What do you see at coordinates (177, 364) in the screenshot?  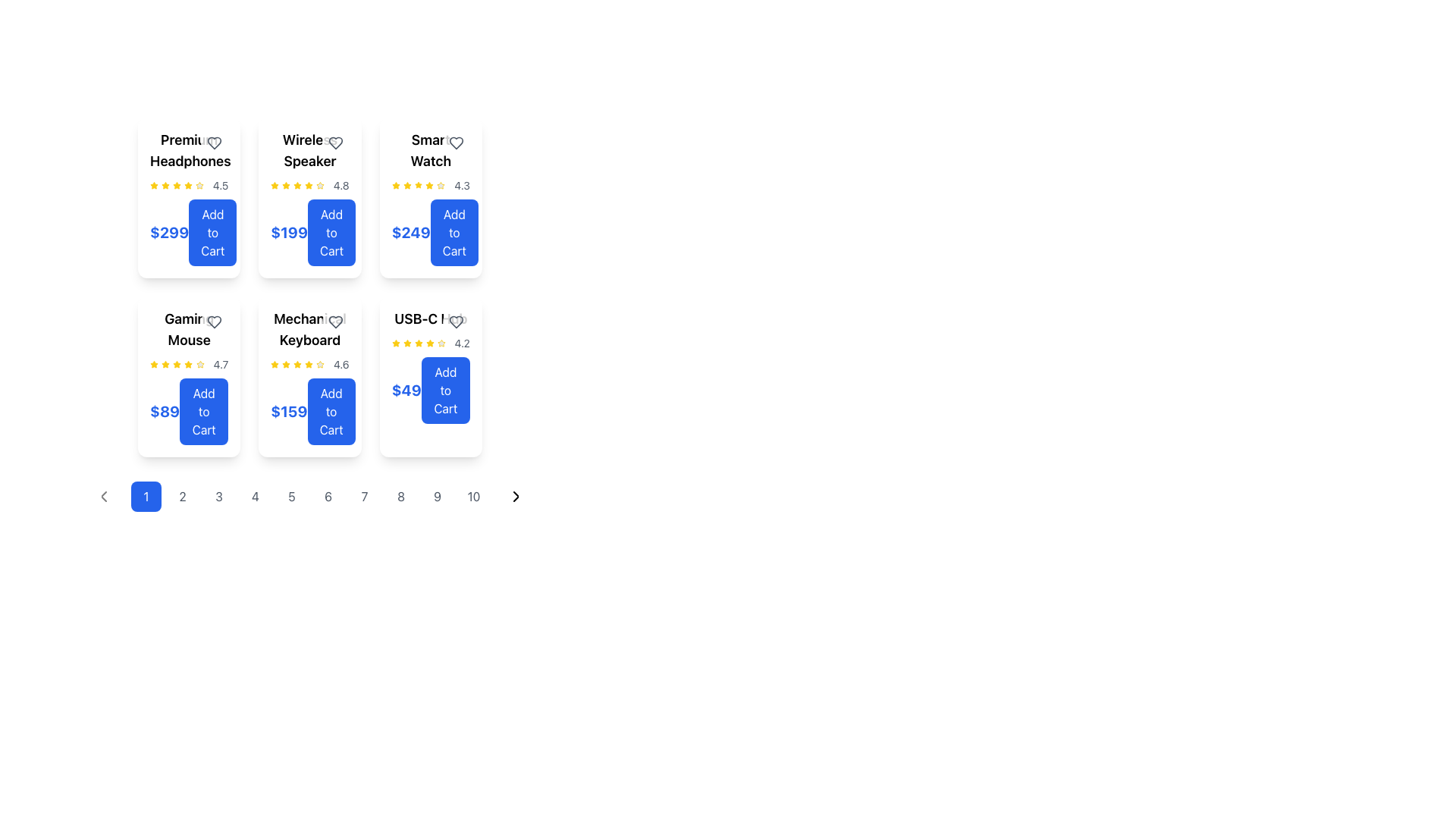 I see `the yellow star icon used for rating the 'Gamin Mouse' product, which is located in the second row, first column of the grid layout` at bounding box center [177, 364].